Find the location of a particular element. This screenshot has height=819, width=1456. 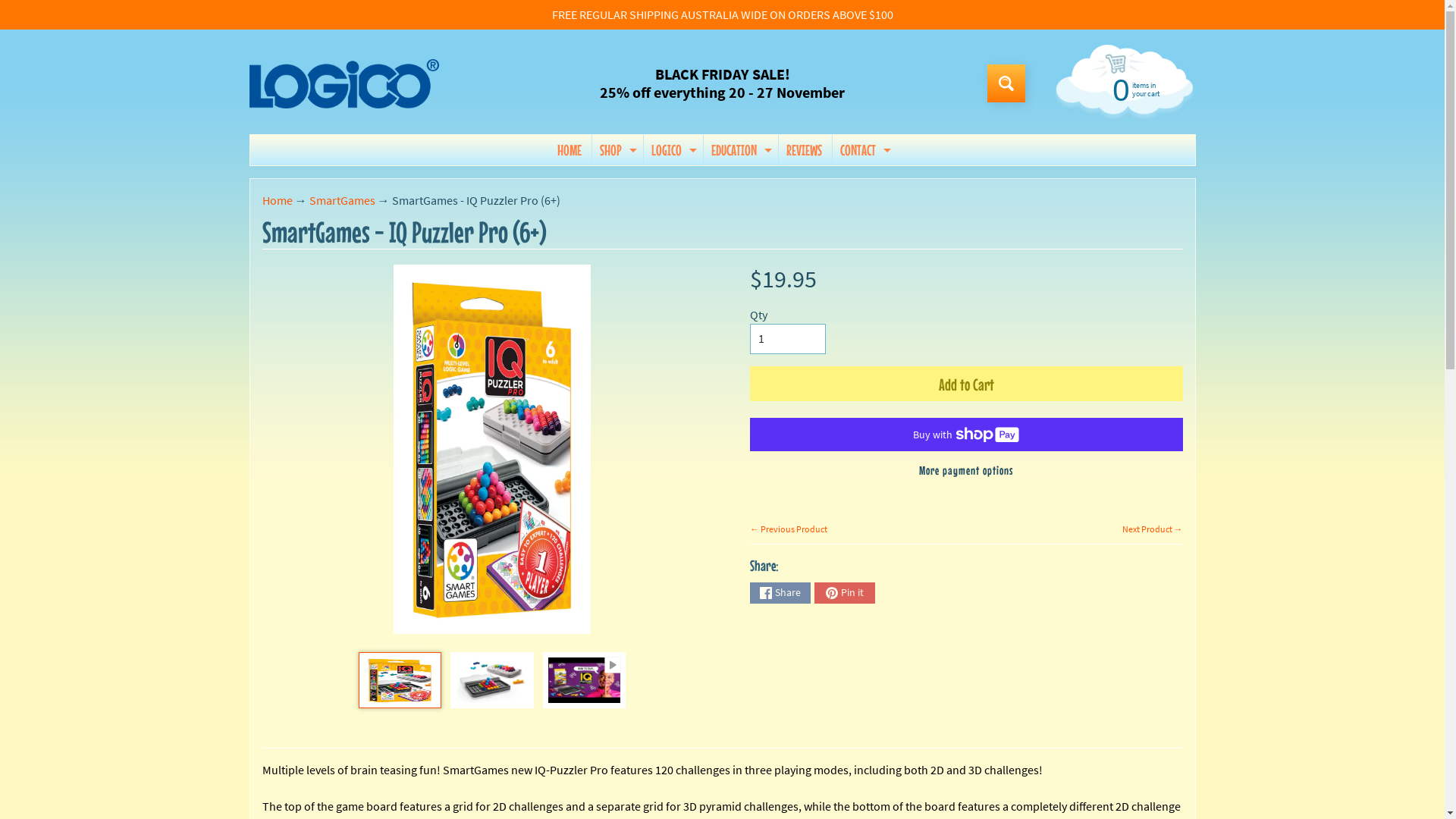

'0 is located at coordinates (1122, 88).